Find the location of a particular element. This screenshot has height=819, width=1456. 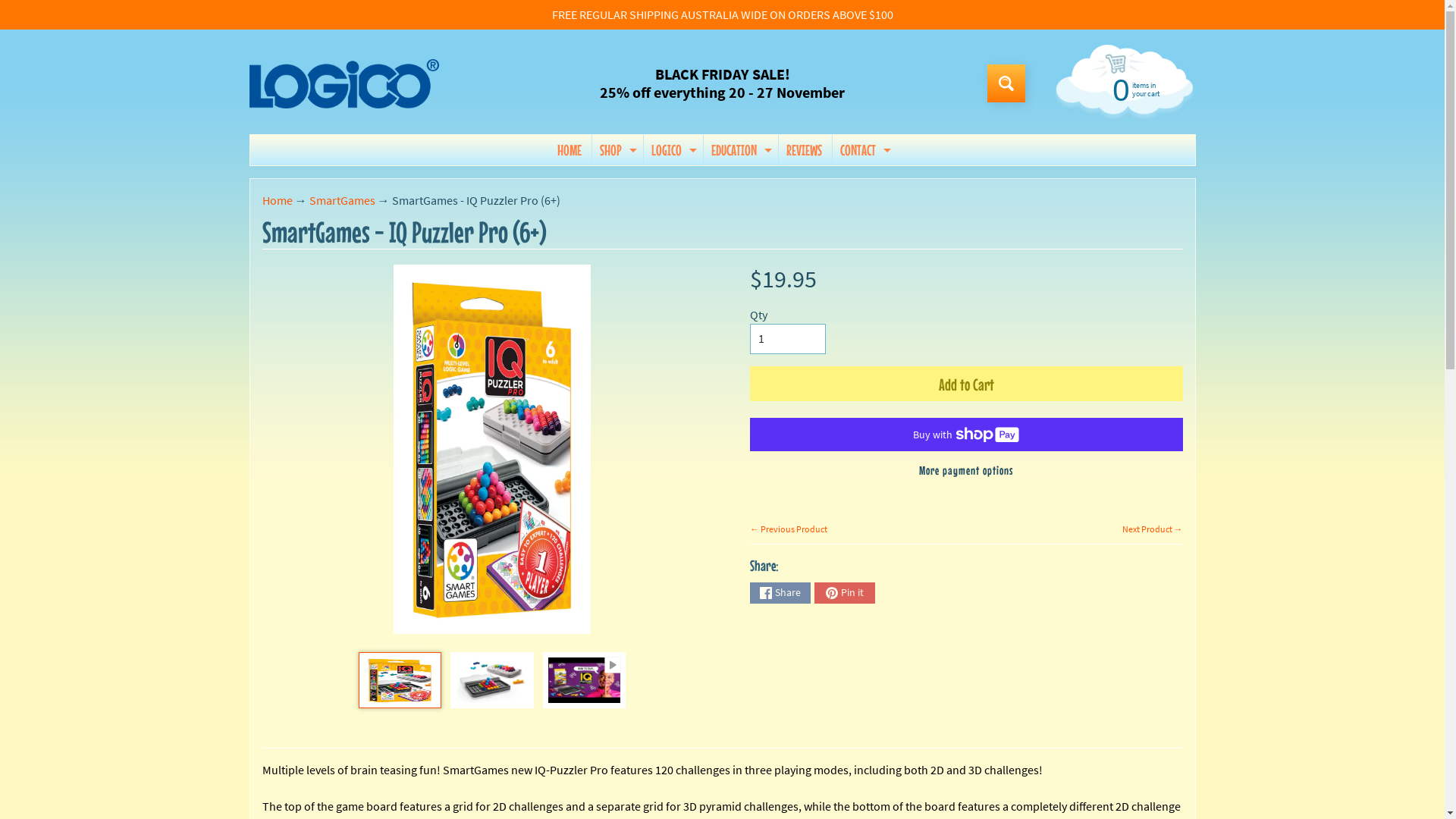

'0 is located at coordinates (1122, 88).